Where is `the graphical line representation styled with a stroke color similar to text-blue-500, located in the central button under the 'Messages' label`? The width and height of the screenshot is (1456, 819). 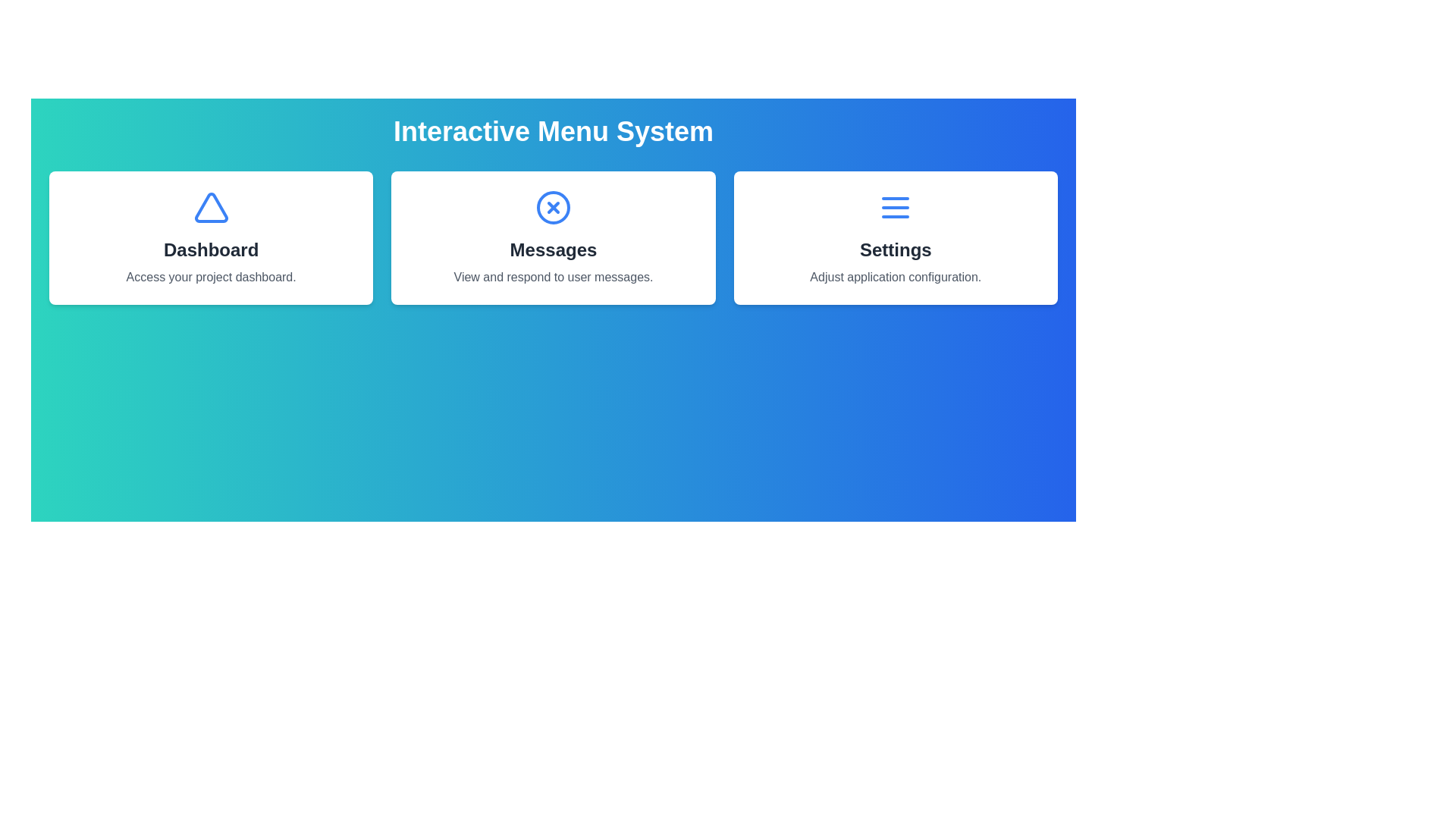 the graphical line representation styled with a stroke color similar to text-blue-500, located in the central button under the 'Messages' label is located at coordinates (552, 207).